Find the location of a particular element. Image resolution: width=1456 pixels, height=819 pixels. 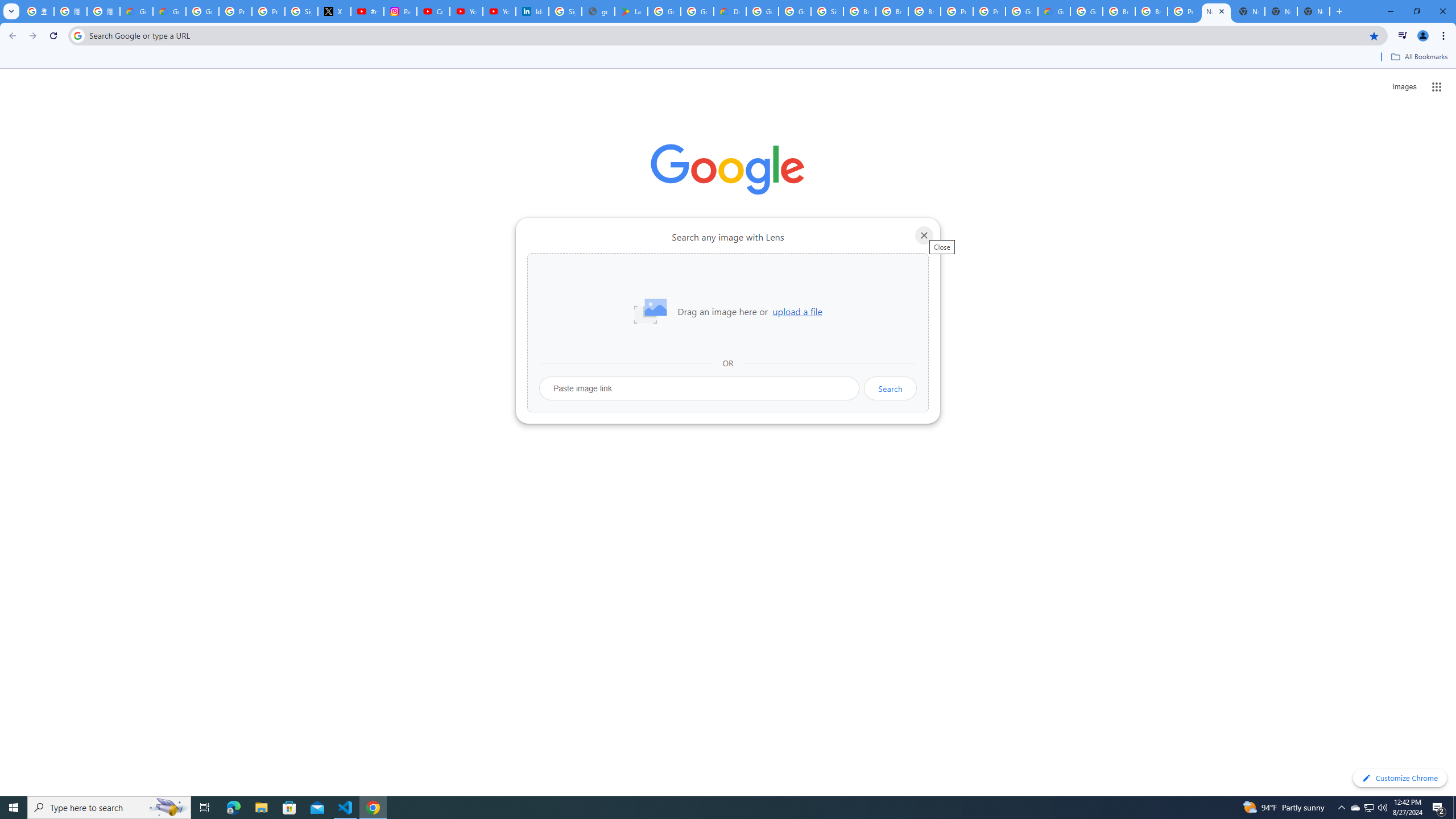

'Google Workspace - Specific Terms' is located at coordinates (697, 11).